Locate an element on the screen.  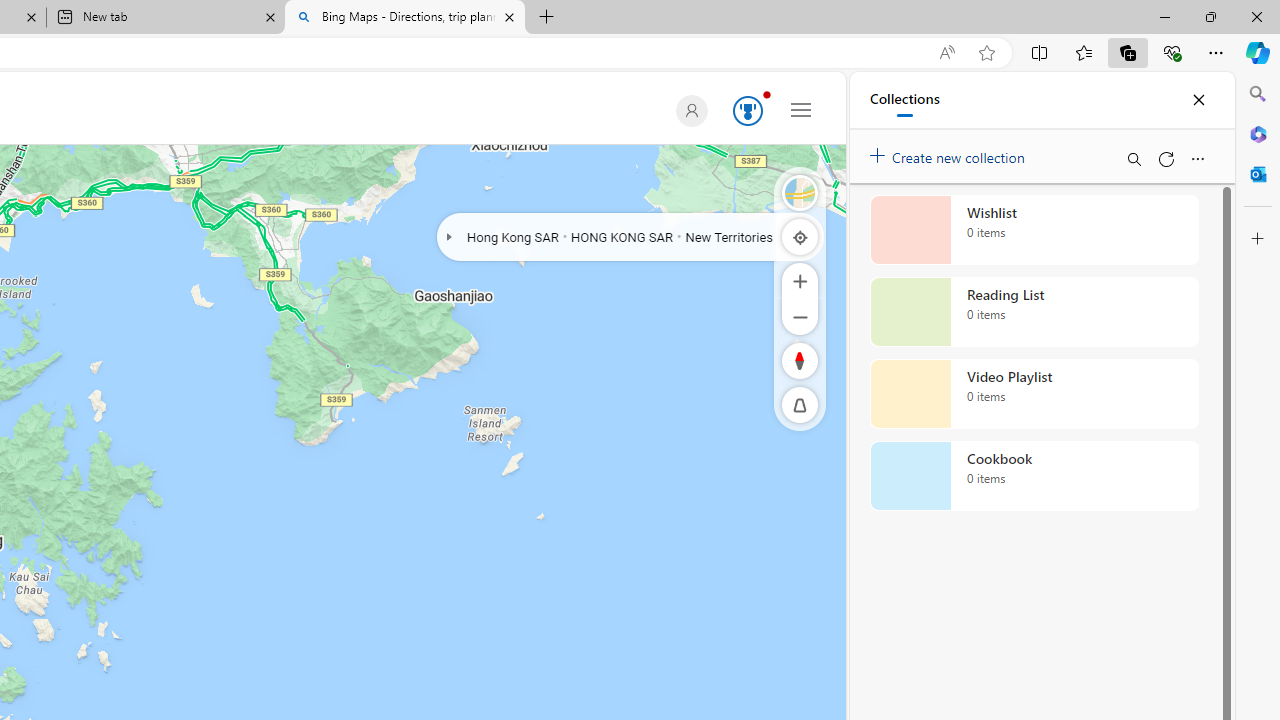
'Reset to Default Pitch' is located at coordinates (800, 405).